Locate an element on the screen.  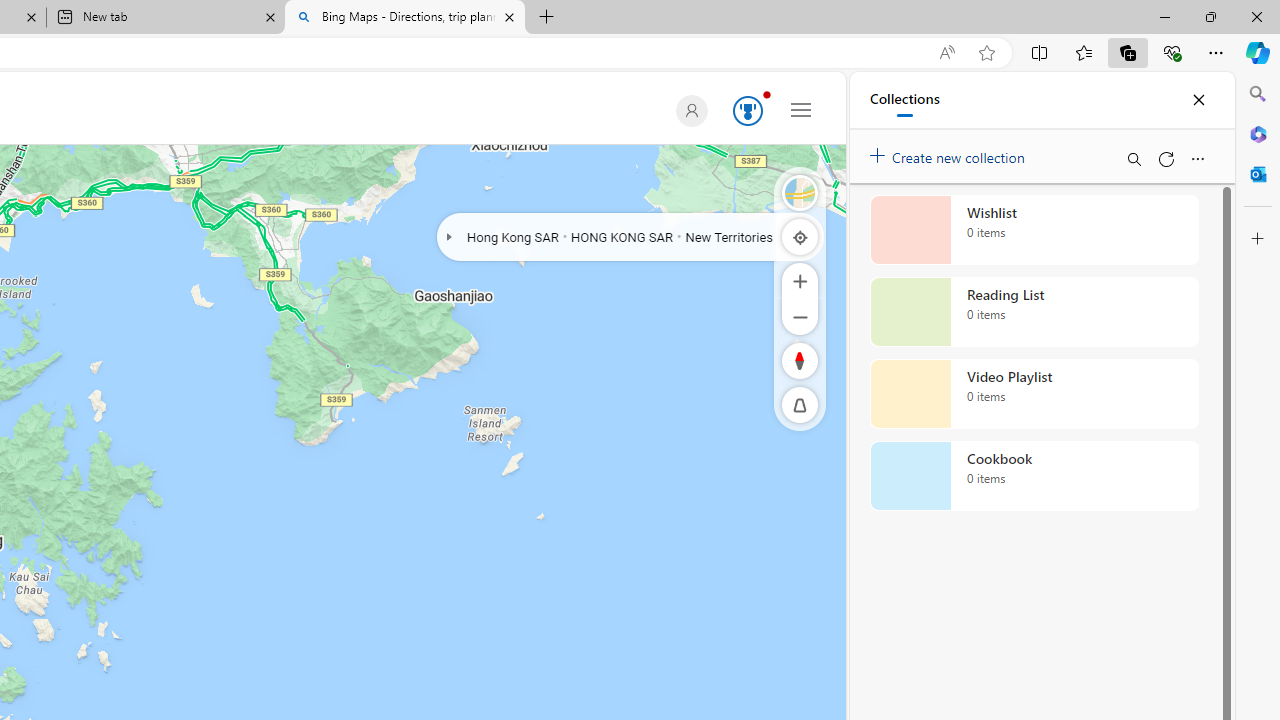
'Reset to Default Pitch' is located at coordinates (800, 405).